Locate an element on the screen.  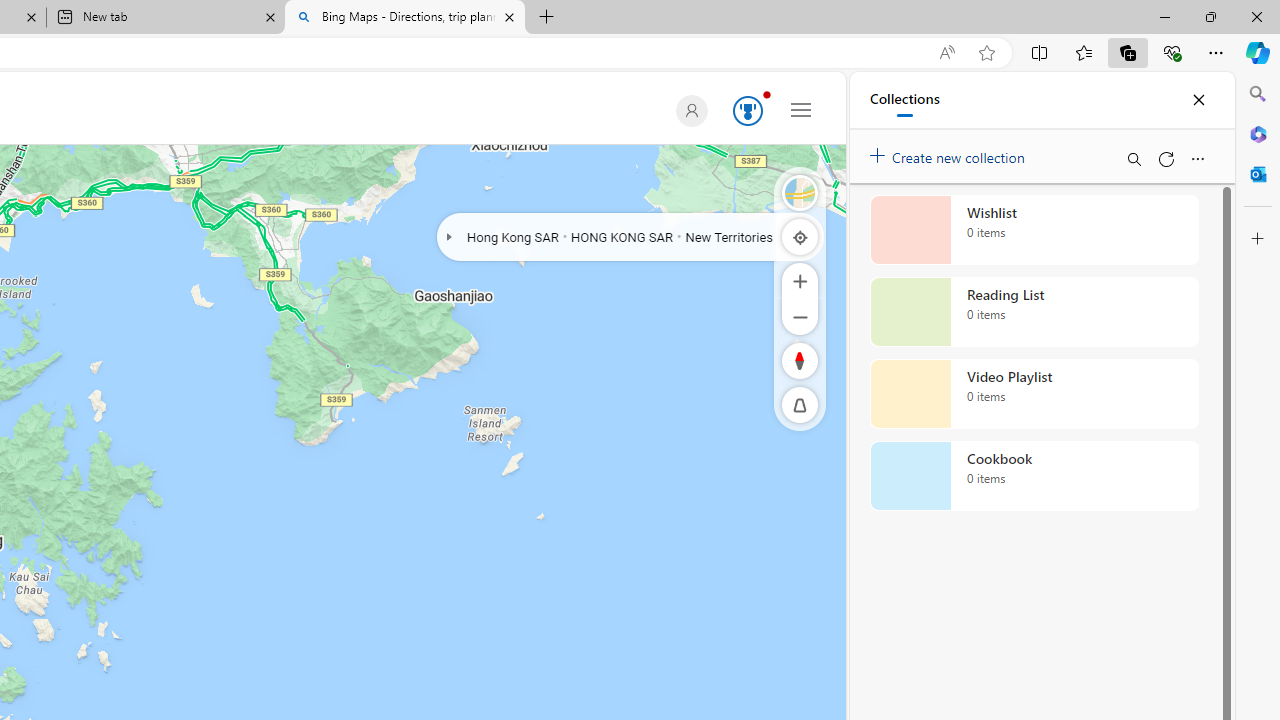
'Reset to Default Pitch' is located at coordinates (800, 405).